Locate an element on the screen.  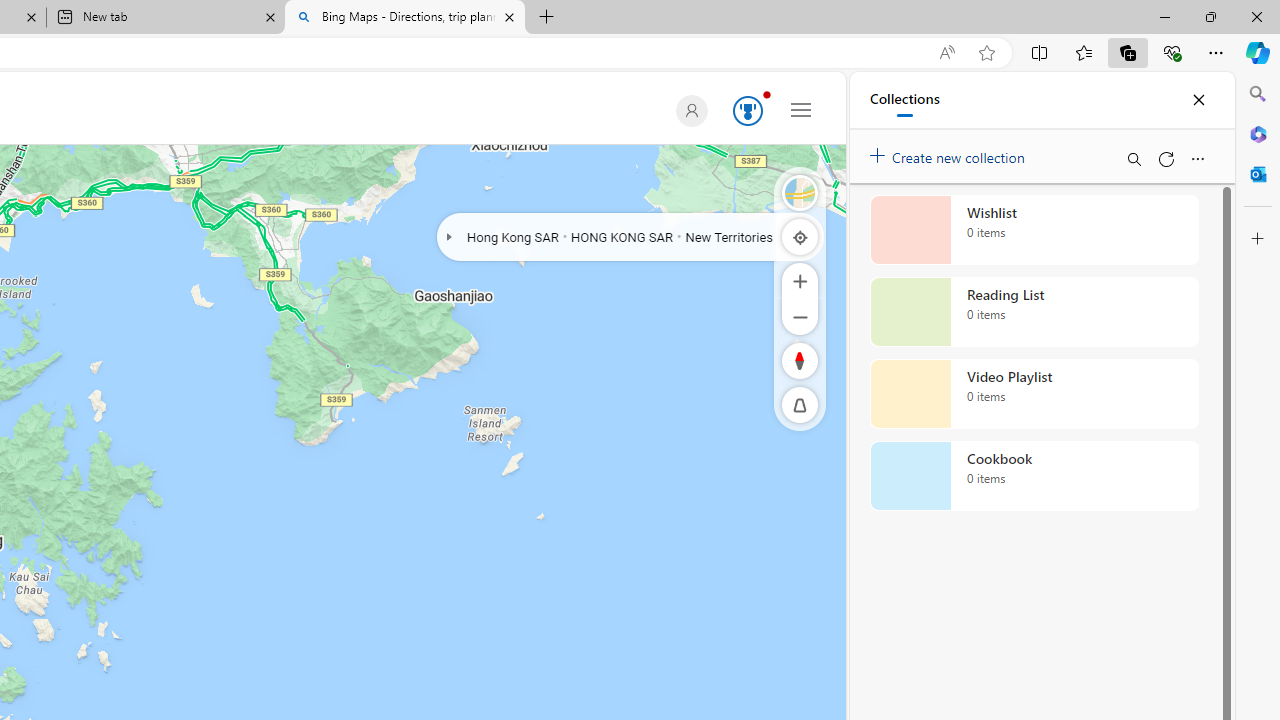
'Reset to Default Pitch' is located at coordinates (800, 405).